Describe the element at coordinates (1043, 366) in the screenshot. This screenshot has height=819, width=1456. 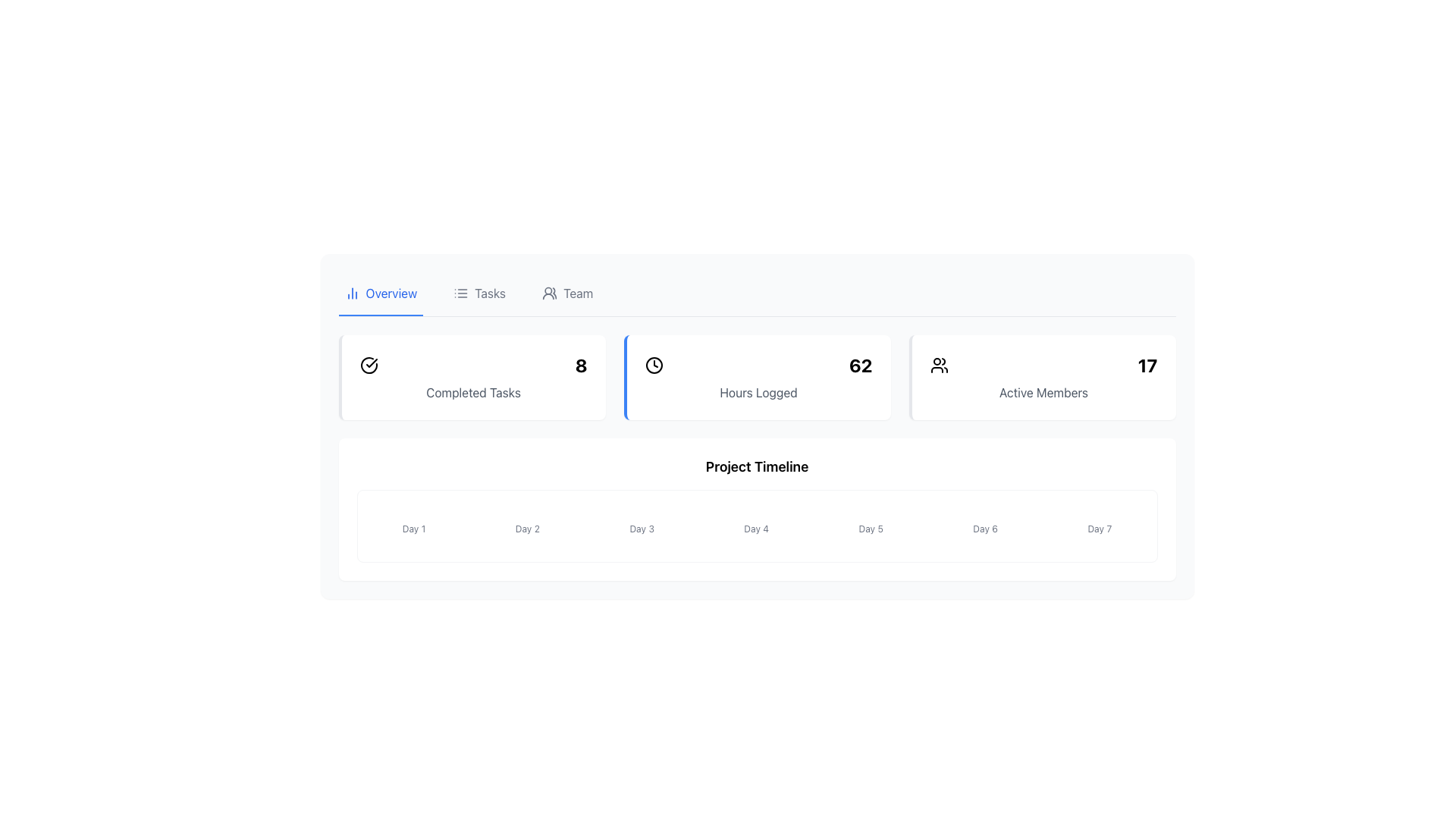
I see `value displayed in the large, bold font number '17' located on the right side within the 'Active Members' rectangular box` at that location.